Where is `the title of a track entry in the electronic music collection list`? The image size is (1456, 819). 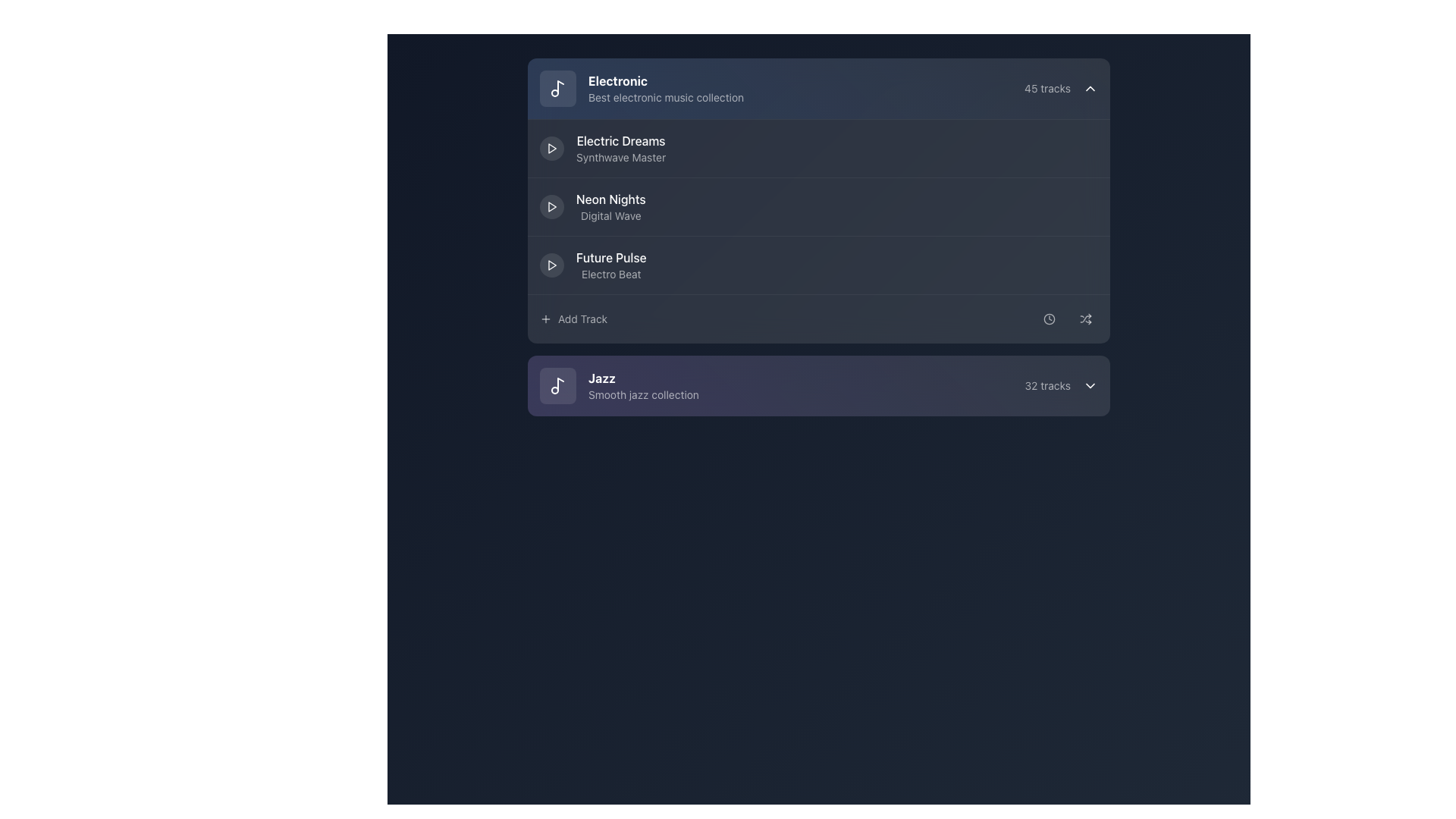 the title of a track entry in the electronic music collection list is located at coordinates (818, 231).